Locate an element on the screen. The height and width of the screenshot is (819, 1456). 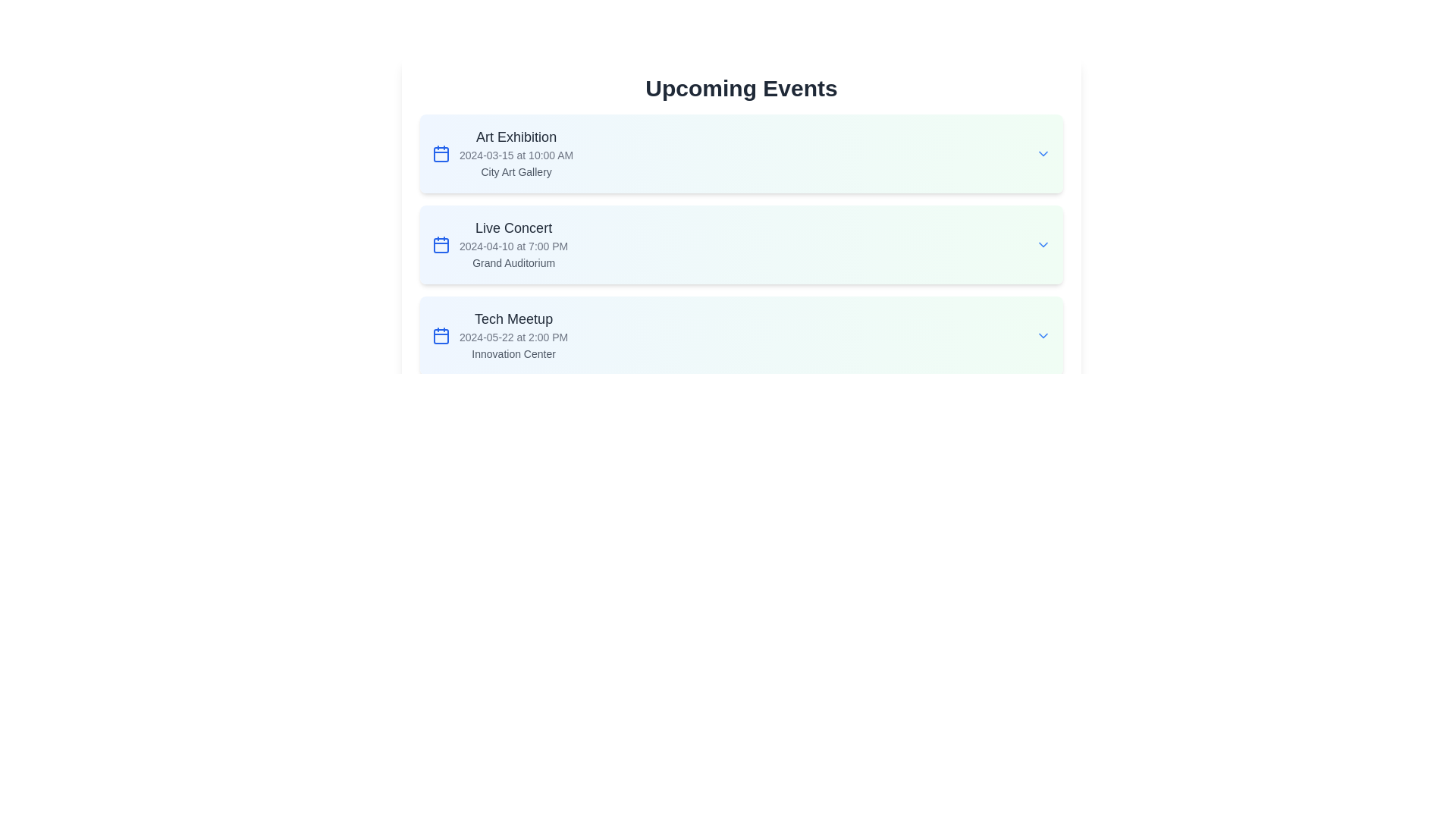
the Text and Icon Group that displays the event title 'Art Exhibition', date '2024-03-15 at 10:00 AM', and location 'City Art Gallery', which is located in the first event card of the 'Upcoming Events' list is located at coordinates (503, 154).